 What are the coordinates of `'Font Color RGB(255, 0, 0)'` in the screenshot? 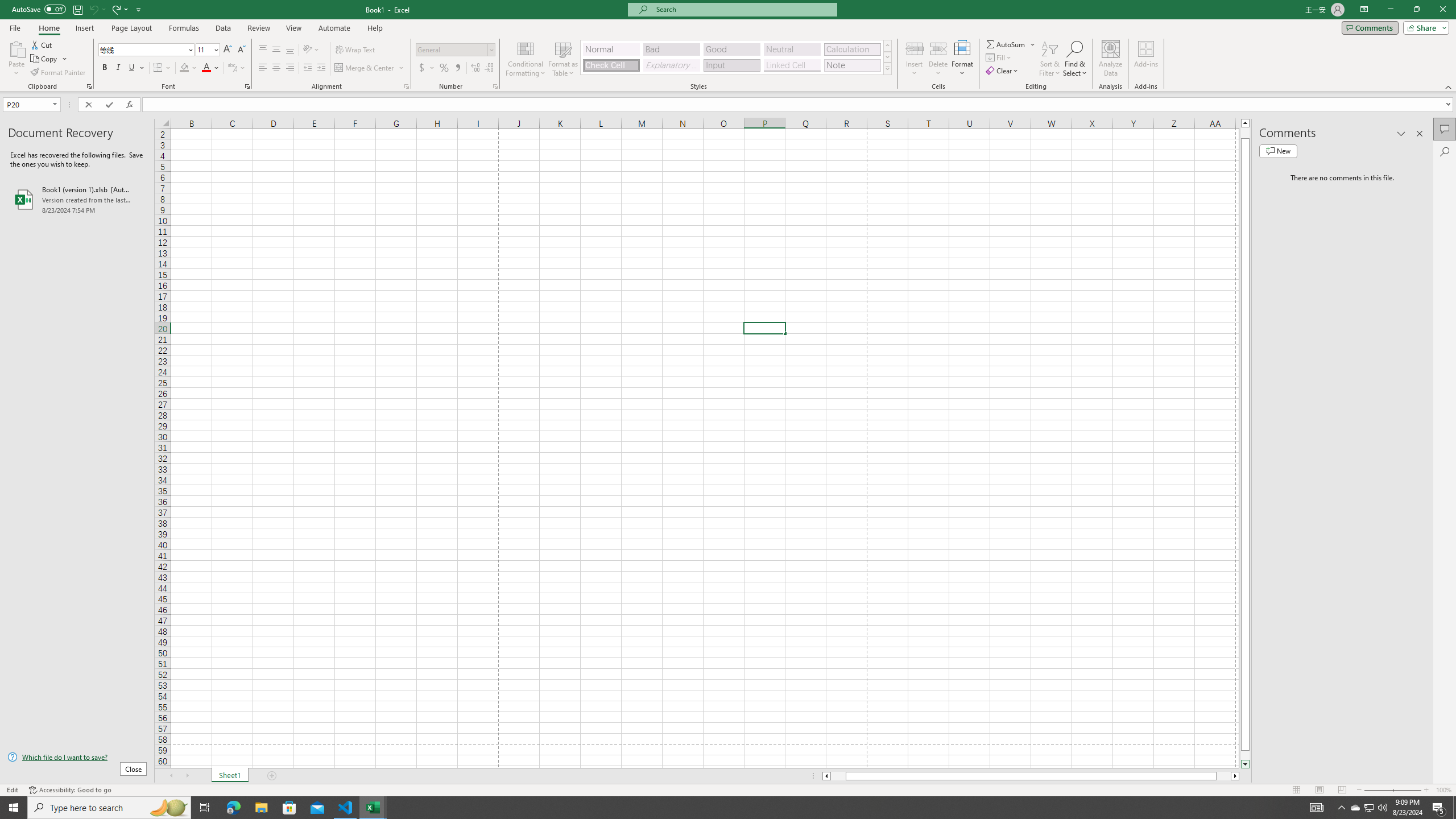 It's located at (206, 67).